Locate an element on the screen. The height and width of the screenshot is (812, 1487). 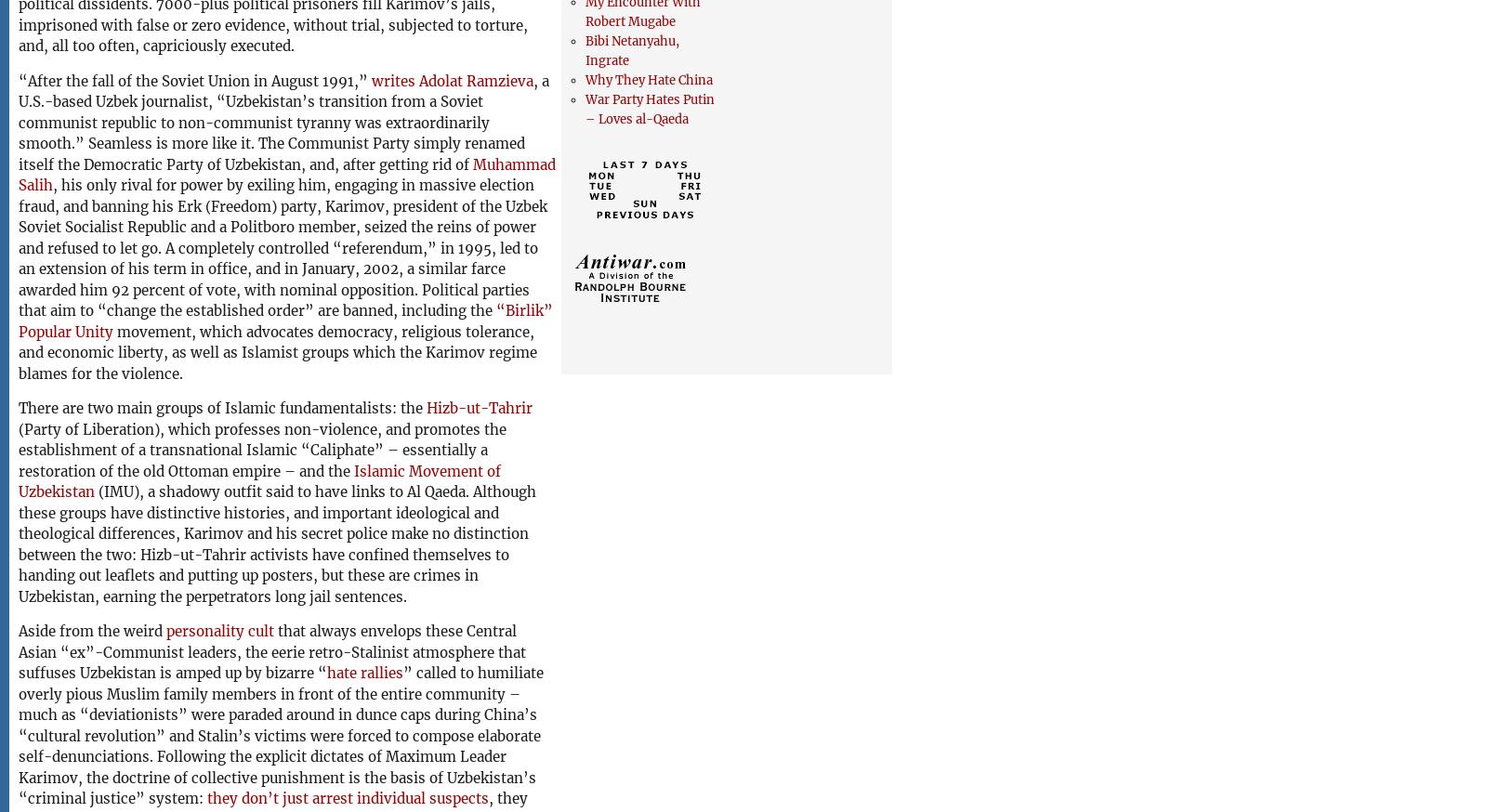
'(IMU), a shadowy outfit said to have links to Al Qaeda. Although these groups have distinctive histories, and important ideological and theological differences, Karimov and his secret police make no distinction between the two: Hizb-ut-Tahrir activists have confined themselves to handing out leaflets and putting up posters, but these are crimes in Uzbekistan, earning the perpetrators long jail sentences.' is located at coordinates (277, 543).